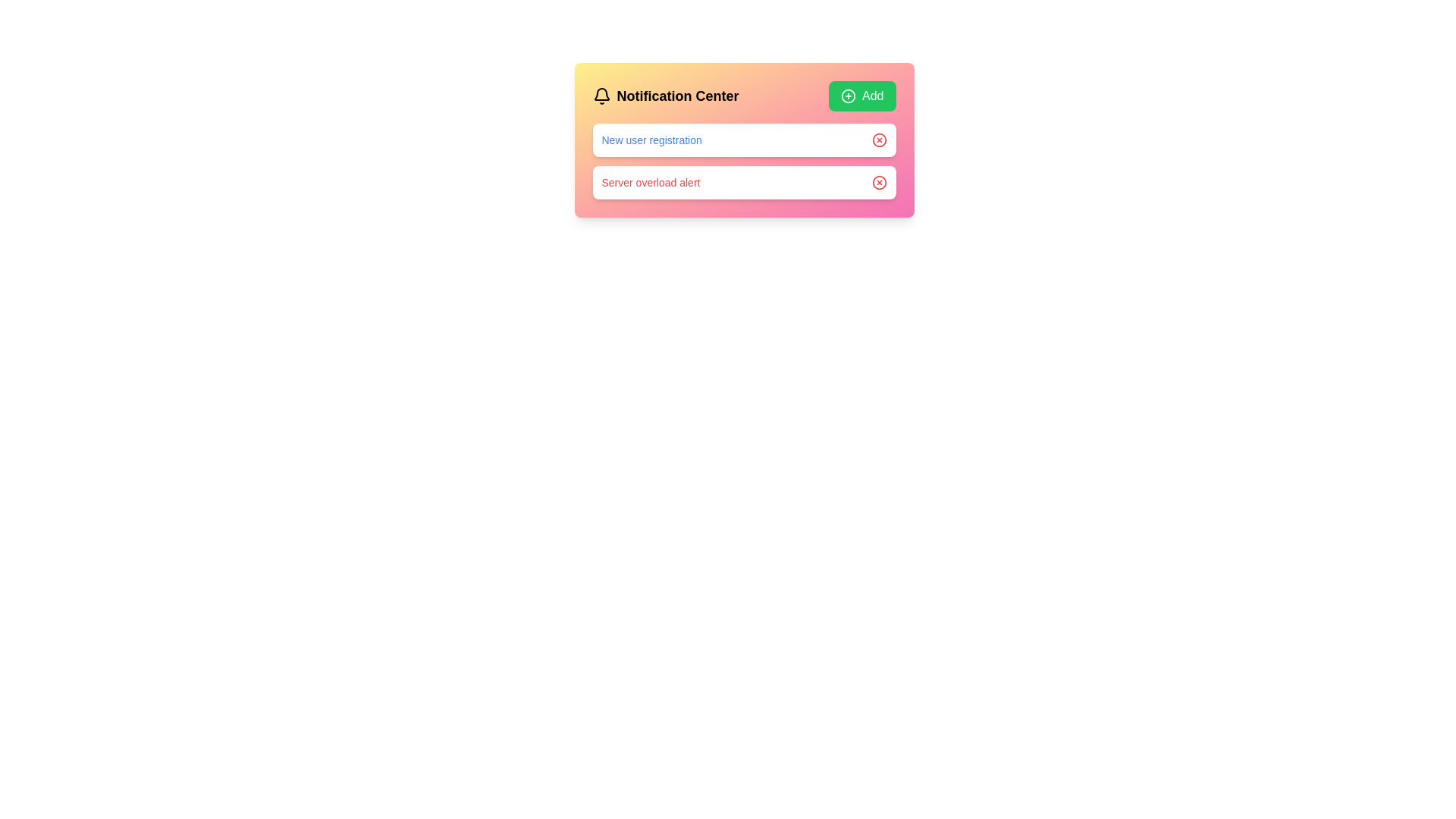 The width and height of the screenshot is (1456, 819). Describe the element at coordinates (744, 161) in the screenshot. I see `the List of notification items with dismiss buttons in the Notification Center to scroll through notifications` at that location.